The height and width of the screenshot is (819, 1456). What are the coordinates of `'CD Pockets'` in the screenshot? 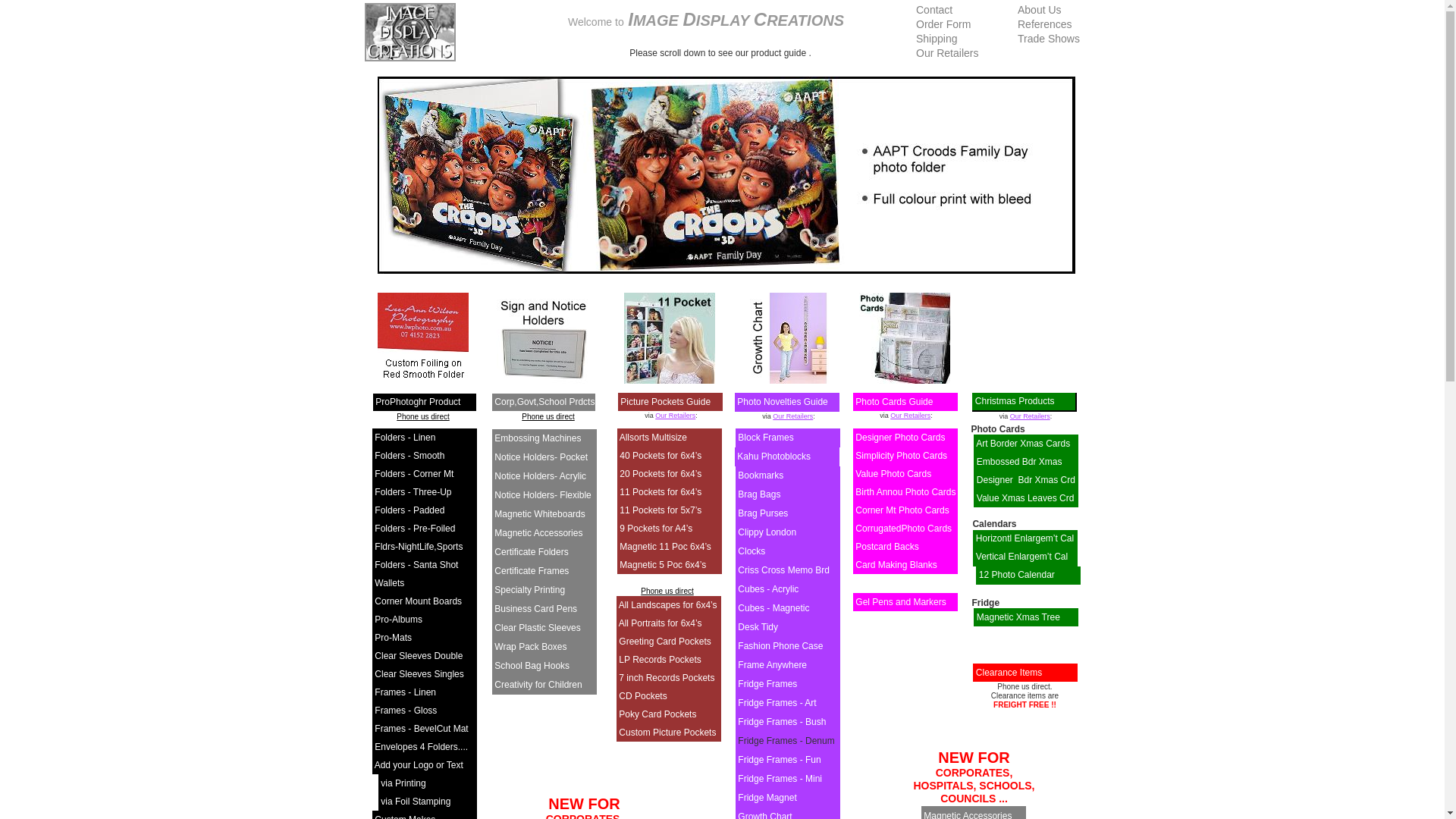 It's located at (642, 696).